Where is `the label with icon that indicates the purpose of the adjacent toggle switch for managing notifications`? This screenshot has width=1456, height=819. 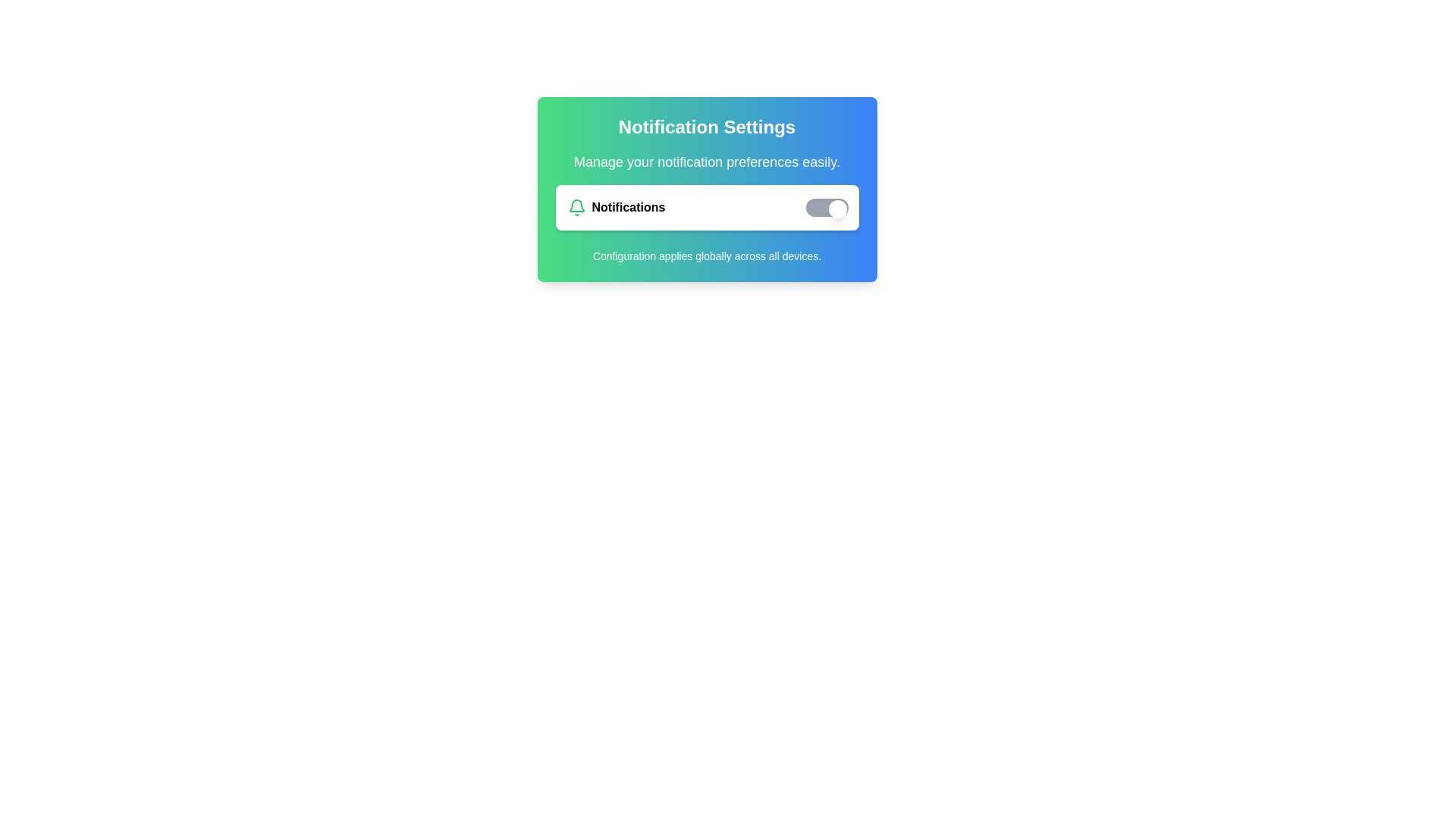 the label with icon that indicates the purpose of the adjacent toggle switch for managing notifications is located at coordinates (616, 207).